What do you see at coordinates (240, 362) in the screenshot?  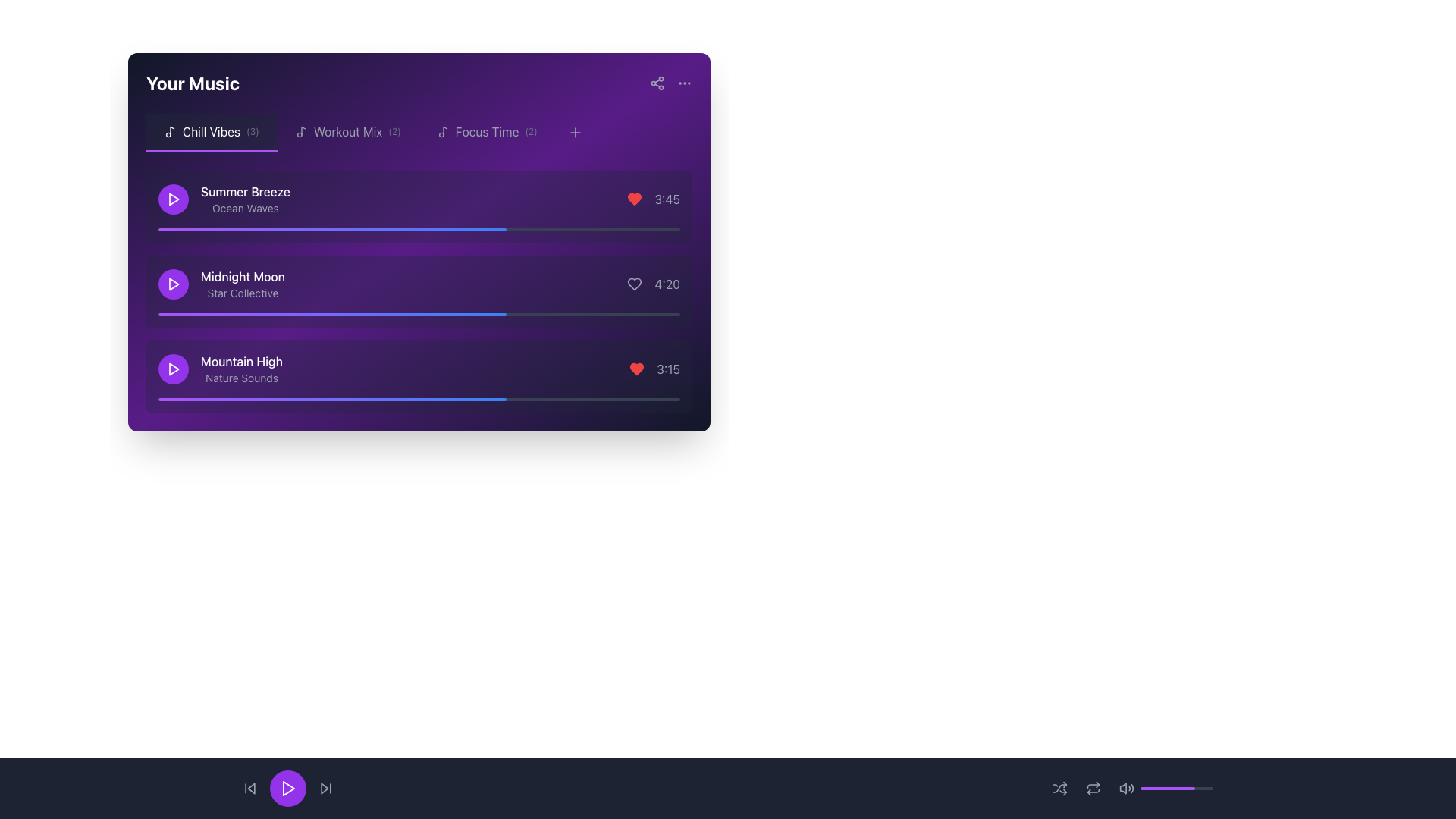 I see `the text label displaying 'Mountain High' in white font, located above the subtitle 'Nature Sounds' in the 'Your Music' panel` at bounding box center [240, 362].